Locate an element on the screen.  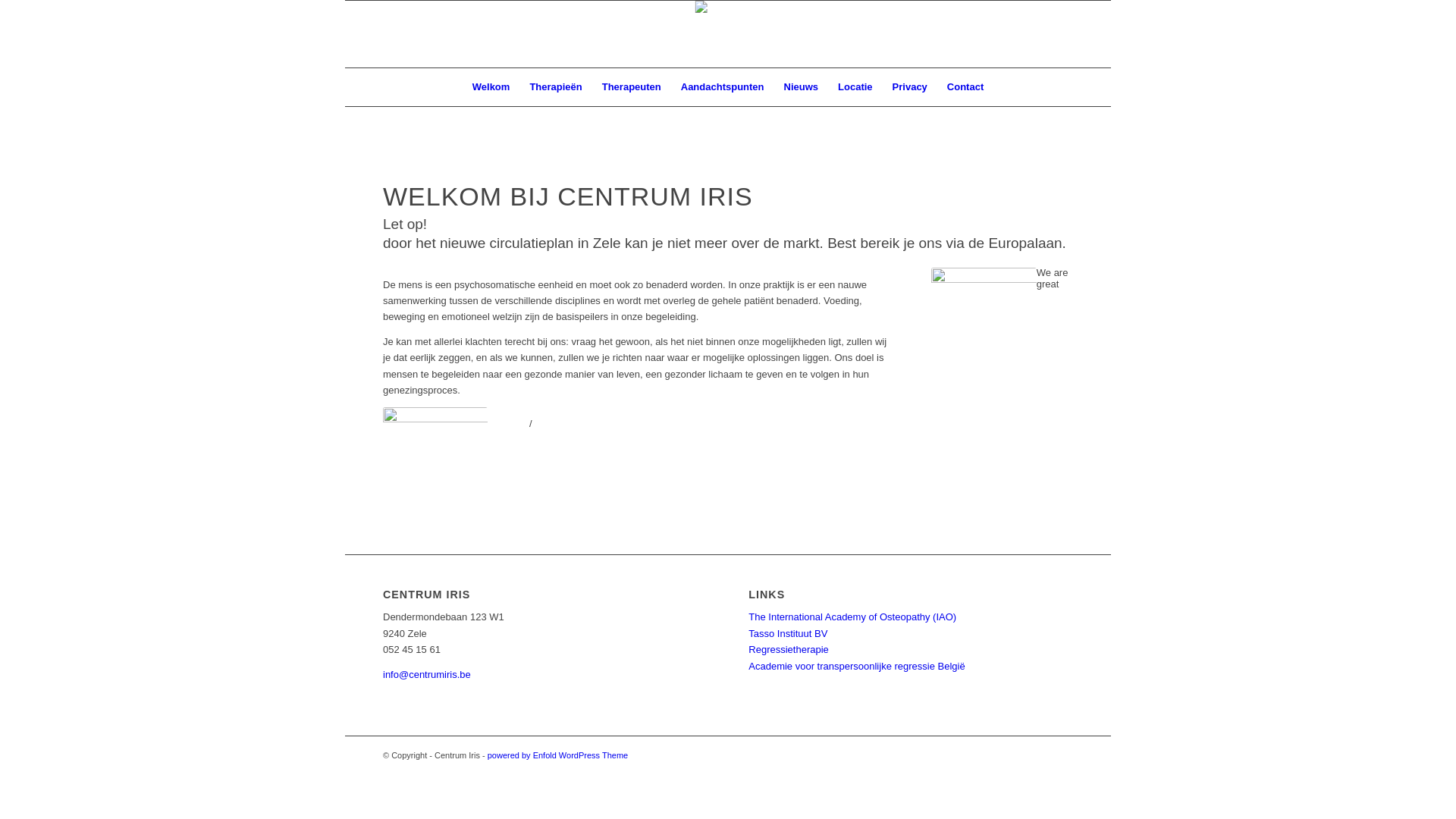
'Nieuws' is located at coordinates (800, 87).